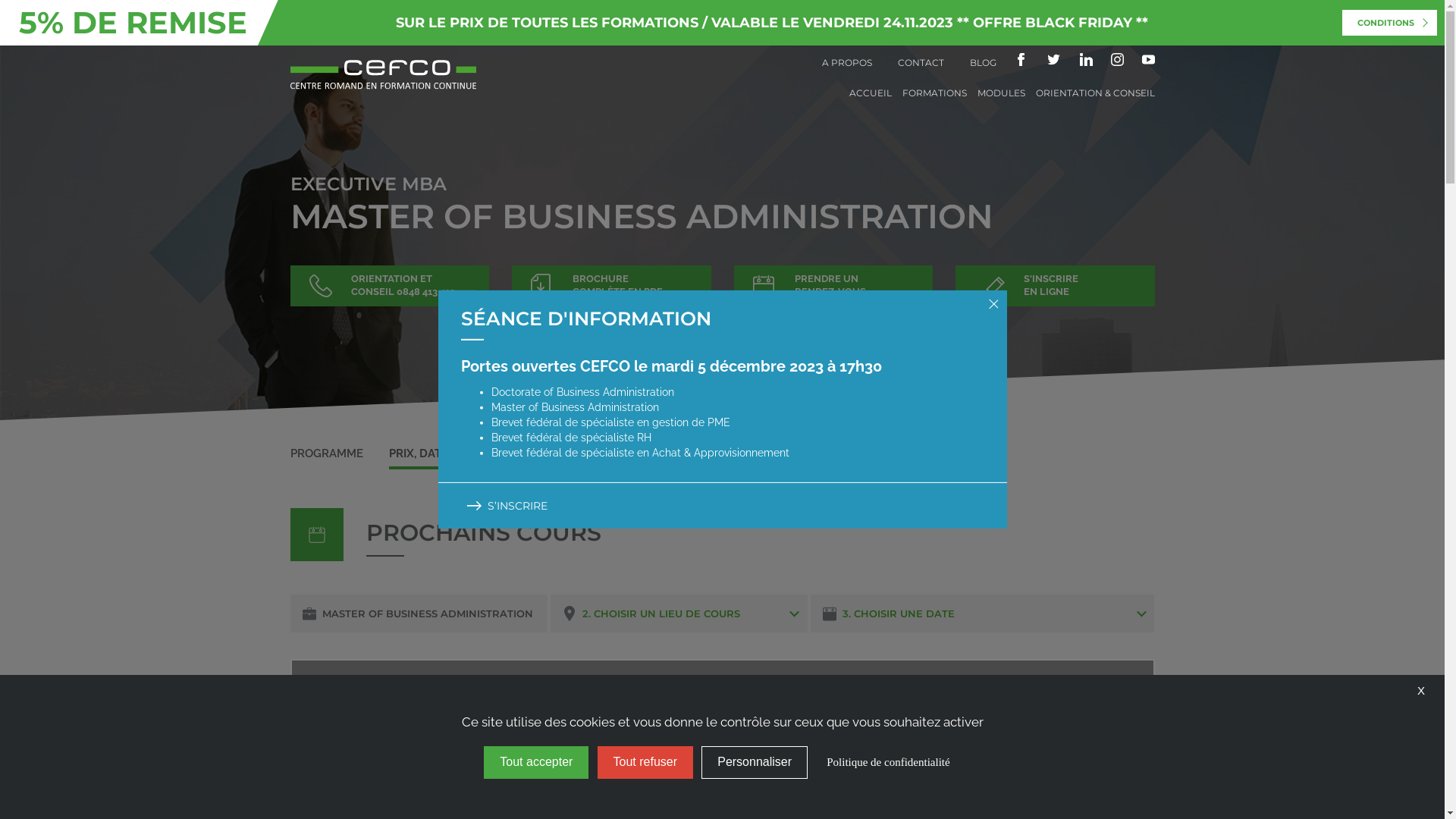 The image size is (1456, 819). Describe the element at coordinates (902, 93) in the screenshot. I see `'FORMATIONS'` at that location.